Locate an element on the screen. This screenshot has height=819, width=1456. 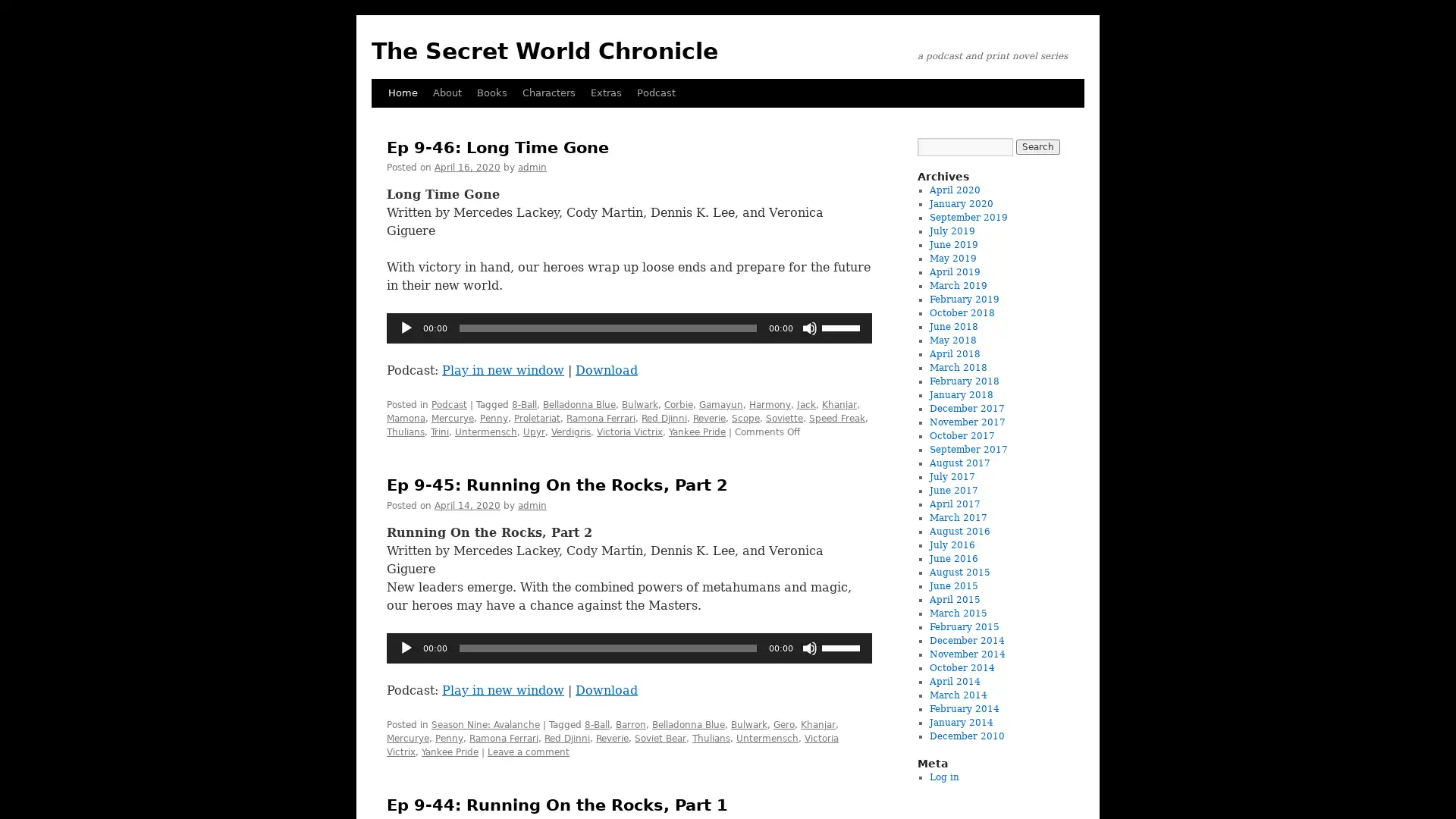
Play is located at coordinates (406, 647).